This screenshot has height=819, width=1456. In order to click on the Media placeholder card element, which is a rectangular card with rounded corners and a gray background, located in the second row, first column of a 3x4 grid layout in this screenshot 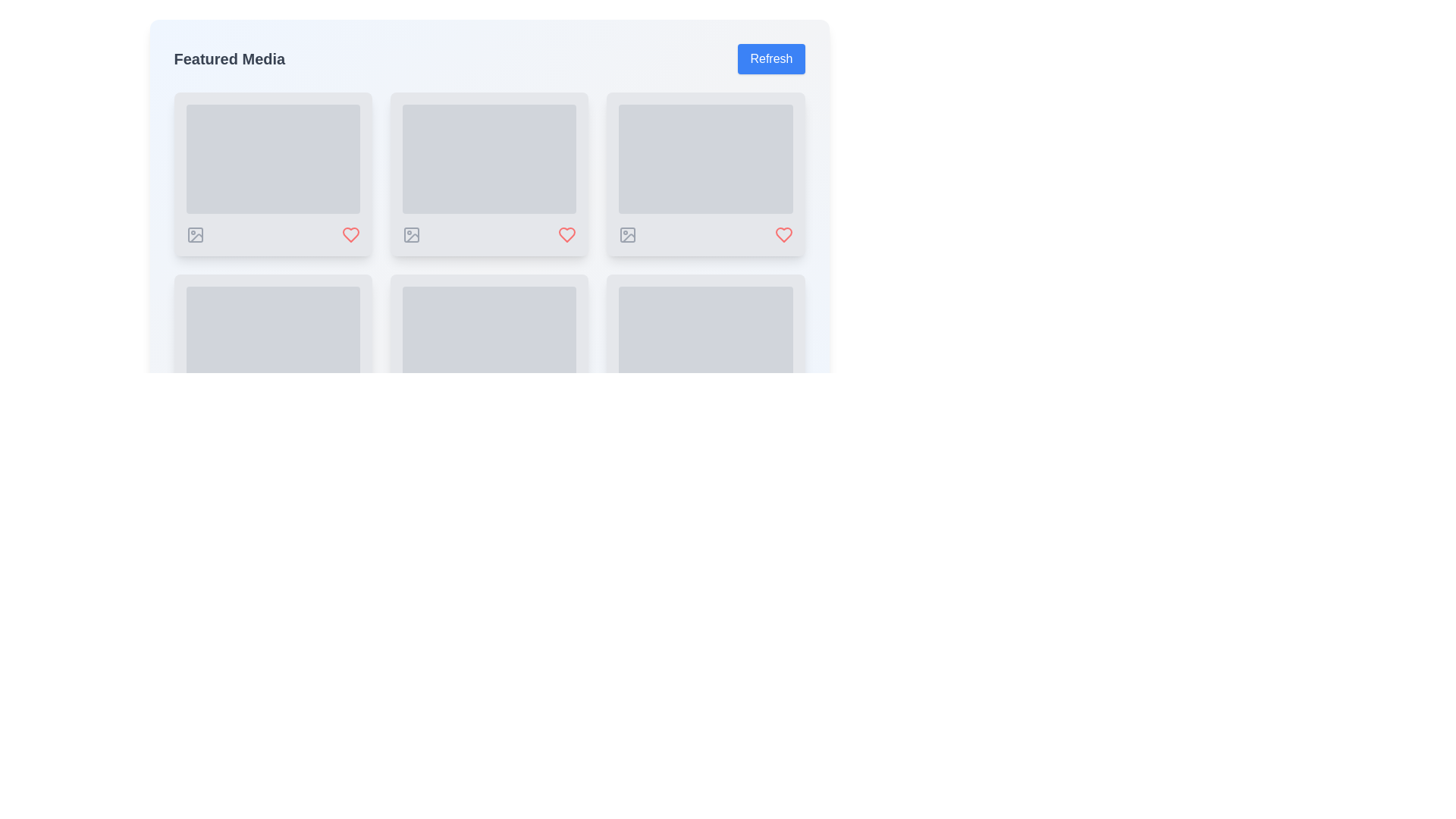, I will do `click(273, 356)`.